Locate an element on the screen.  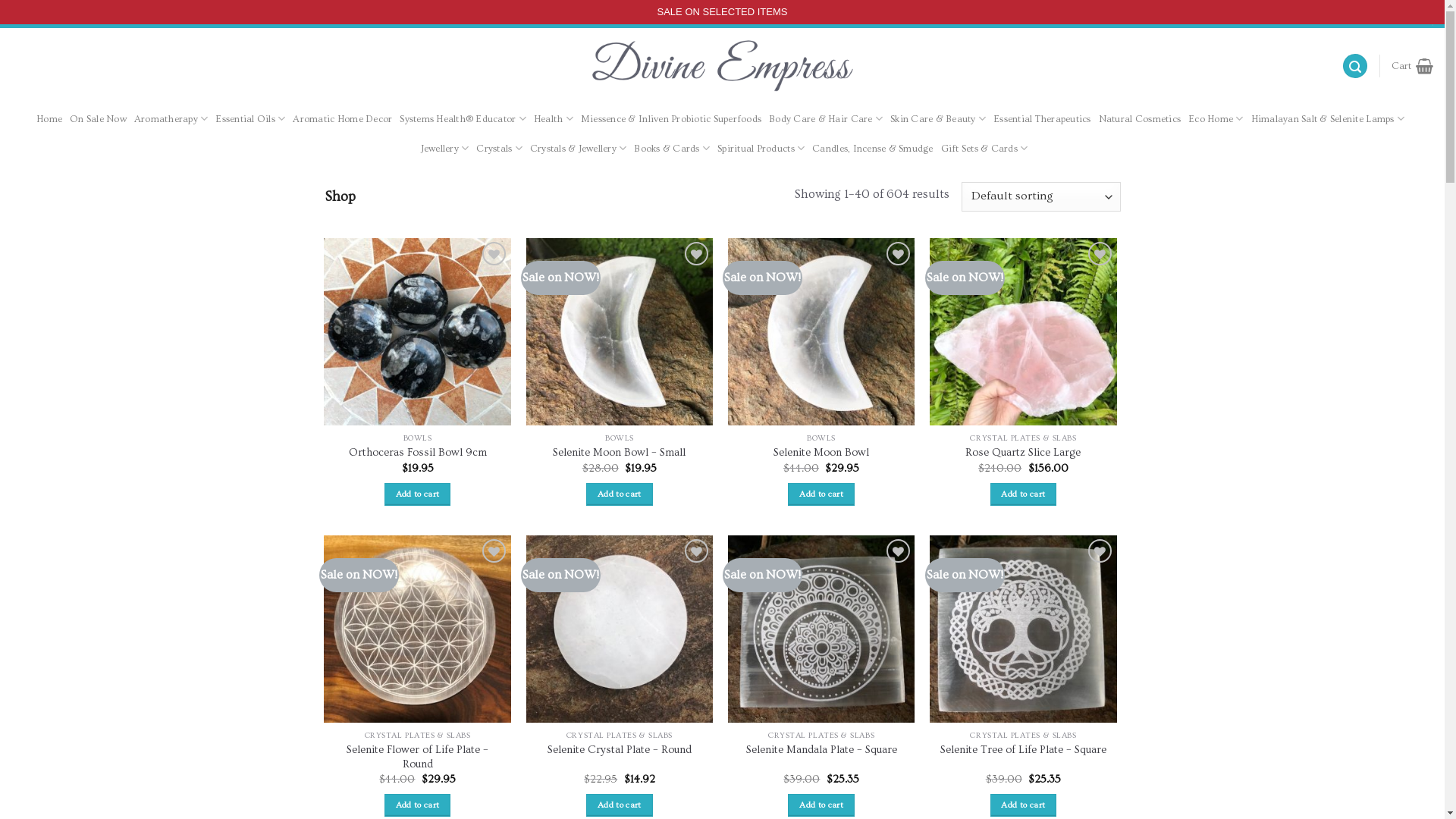
'Rose Quartz Slice Large' is located at coordinates (1022, 452).